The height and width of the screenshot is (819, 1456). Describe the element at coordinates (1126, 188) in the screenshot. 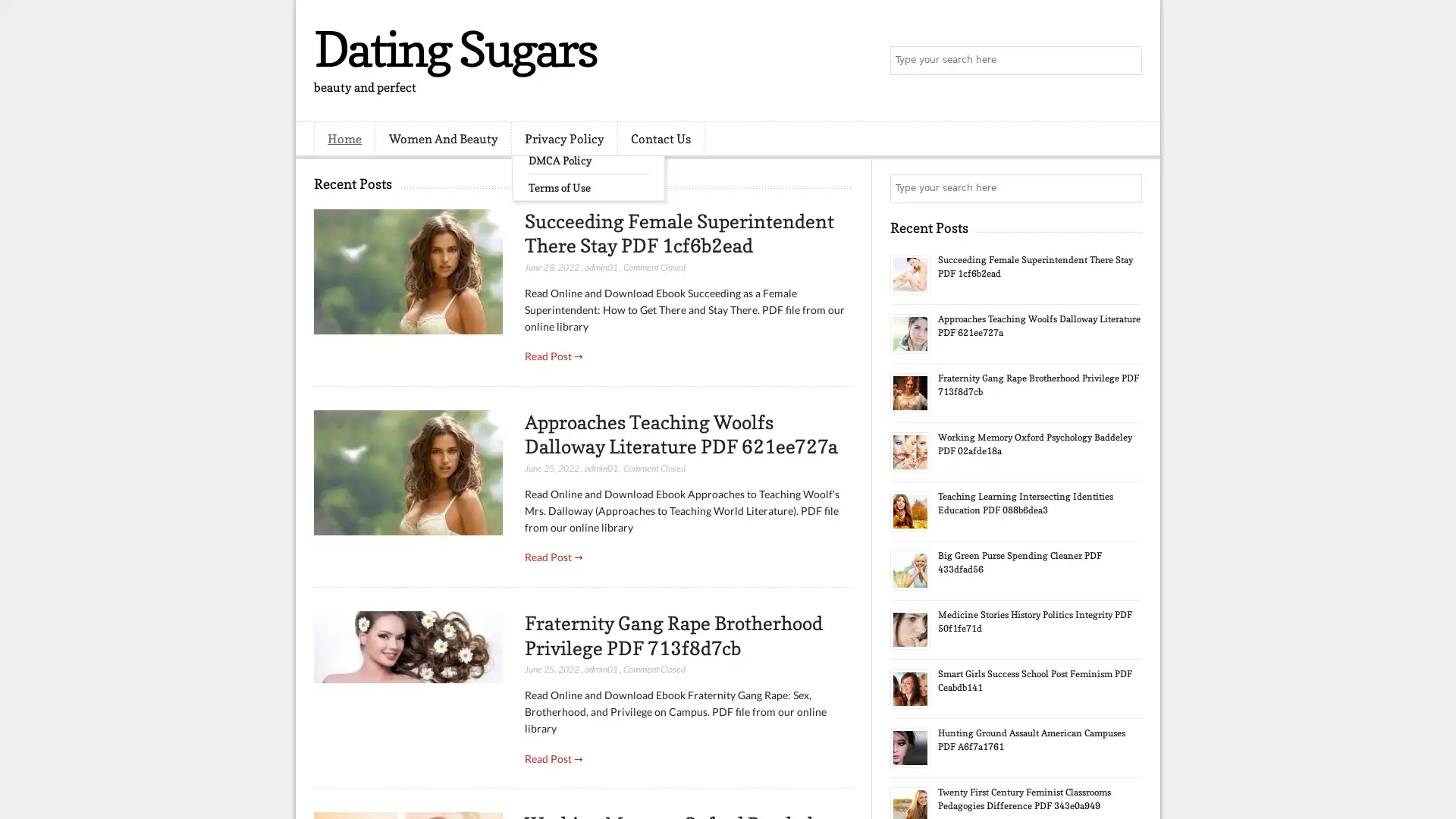

I see `Search` at that location.